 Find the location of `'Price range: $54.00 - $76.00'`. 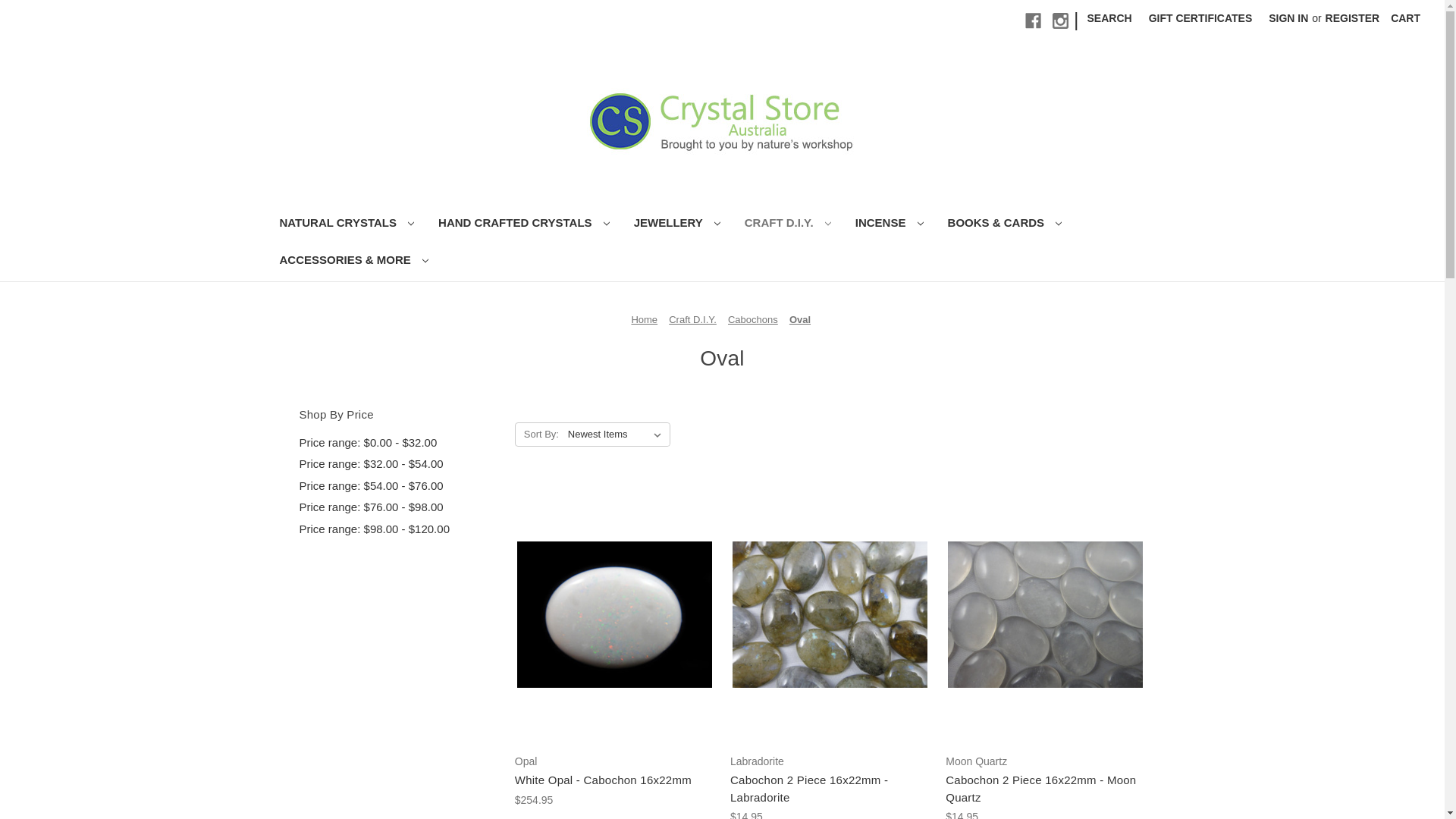

'Price range: $54.00 - $76.00' is located at coordinates (398, 486).